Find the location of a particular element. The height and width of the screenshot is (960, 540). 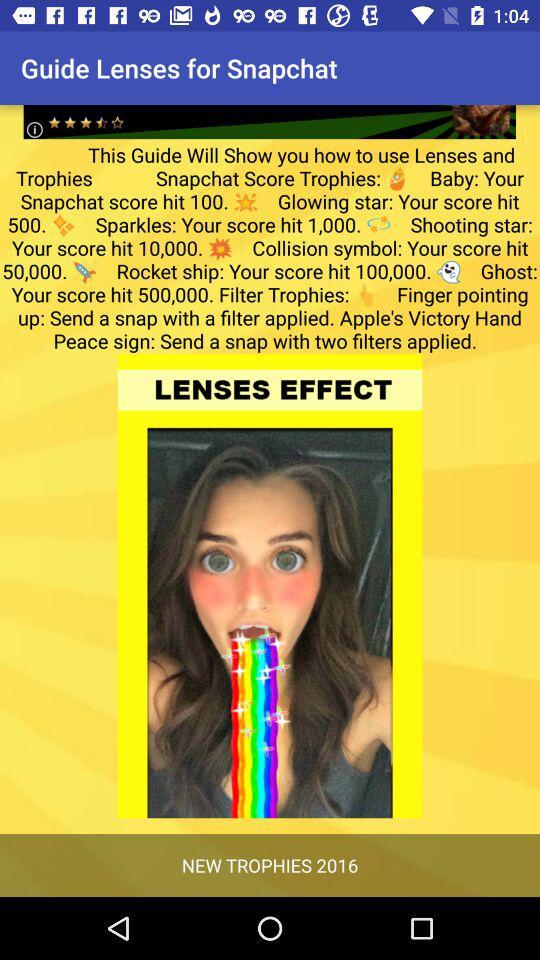

advertisement is located at coordinates (269, 106).